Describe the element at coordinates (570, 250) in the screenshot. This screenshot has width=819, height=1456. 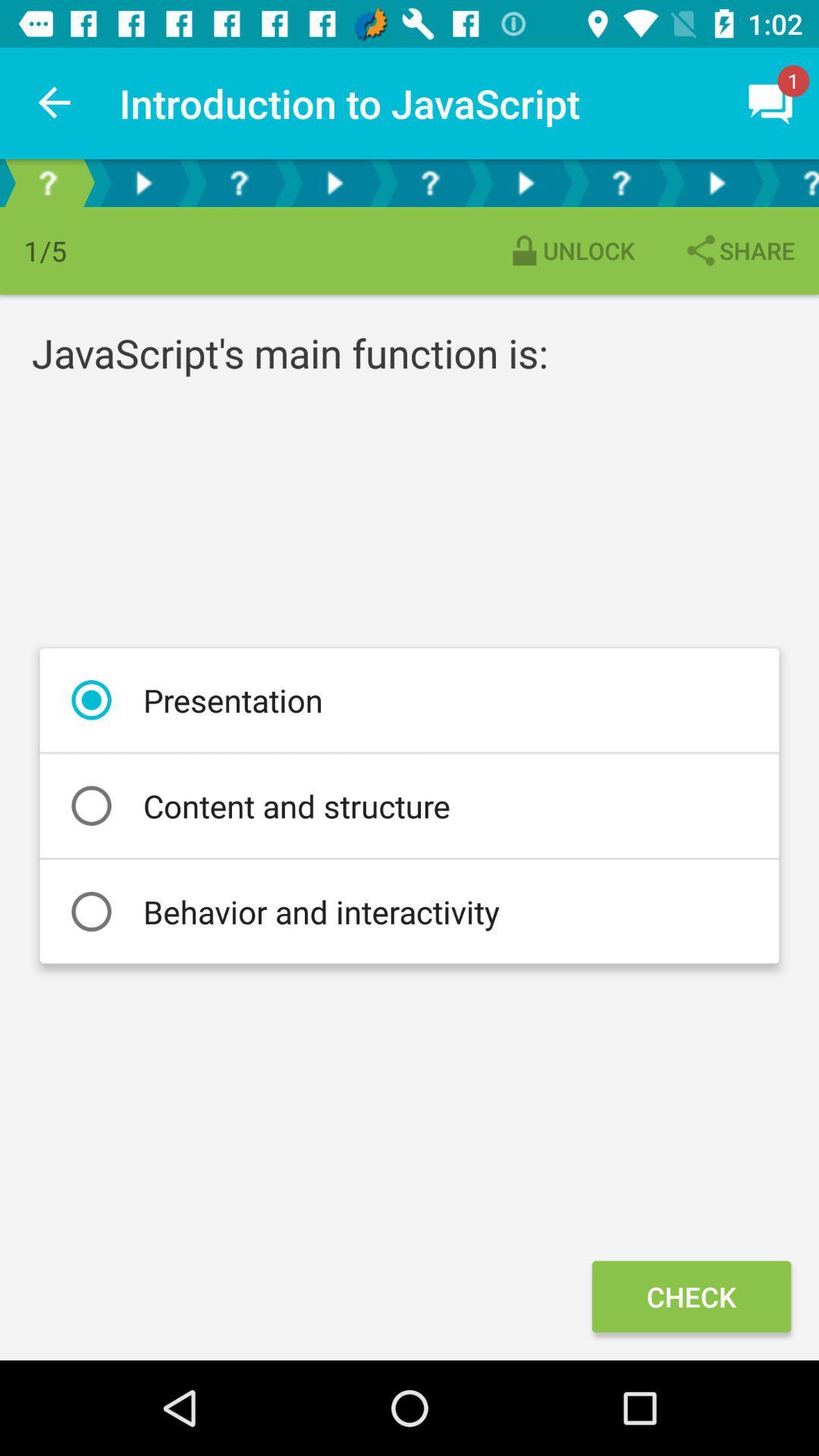
I see `the unlock icon` at that location.